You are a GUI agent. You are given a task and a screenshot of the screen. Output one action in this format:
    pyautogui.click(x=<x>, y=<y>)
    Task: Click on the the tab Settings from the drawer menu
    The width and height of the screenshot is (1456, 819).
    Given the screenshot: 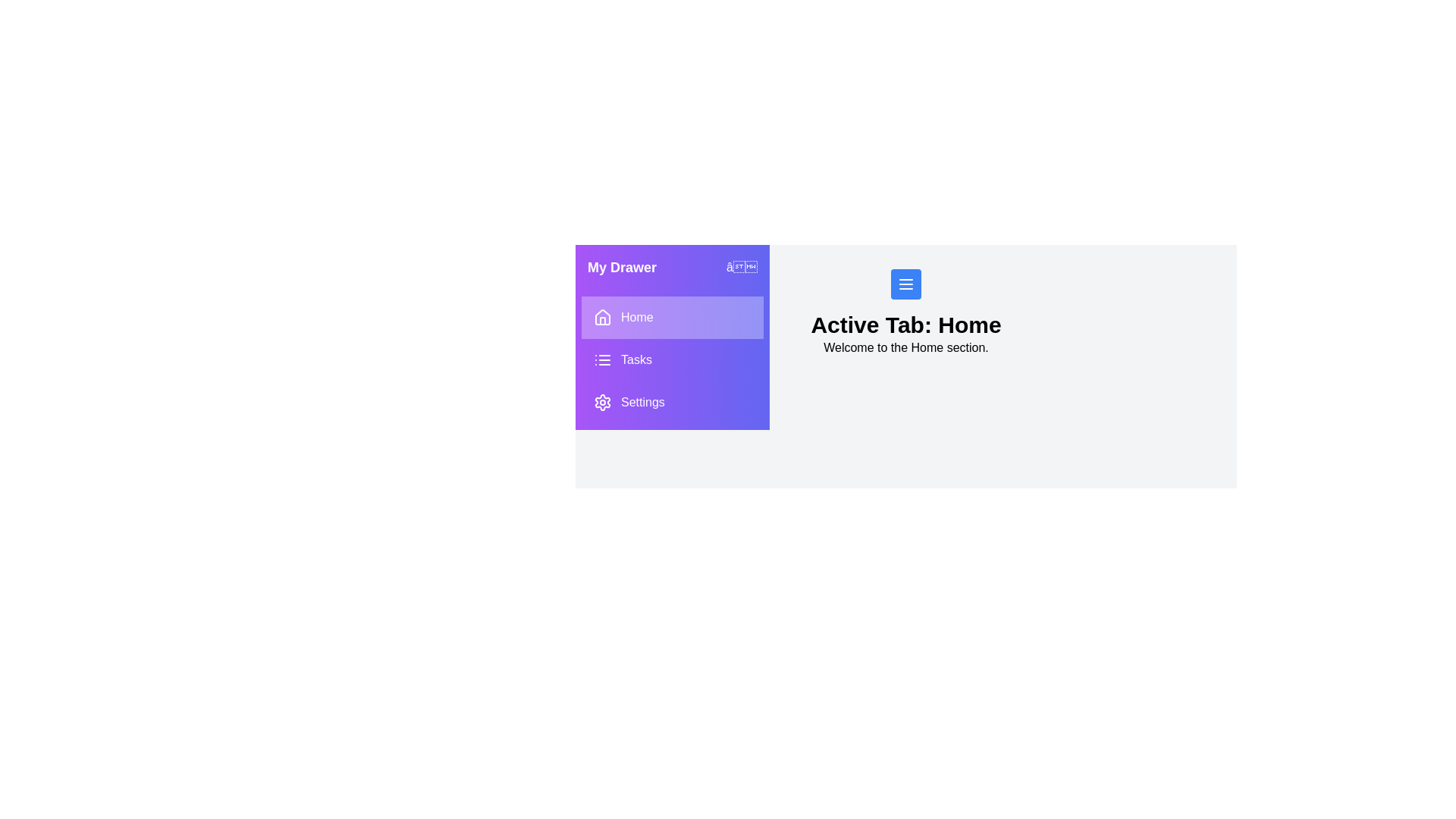 What is the action you would take?
    pyautogui.click(x=672, y=402)
    